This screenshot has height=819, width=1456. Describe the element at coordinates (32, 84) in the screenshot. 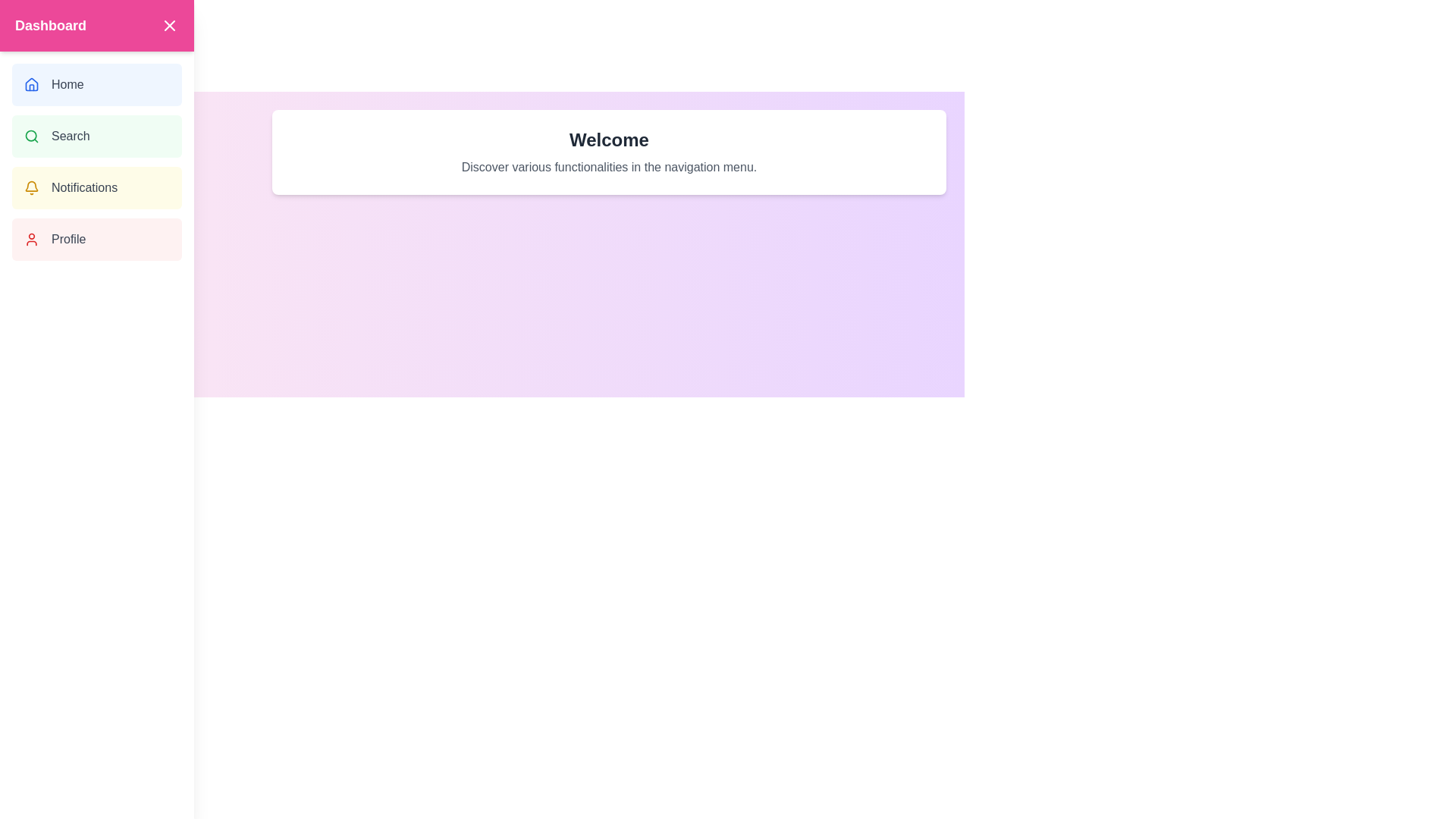

I see `the 'Home' SVG icon located within the Home button on the vertical navigation sidebar to associate it with the 'Home' label functionality` at that location.